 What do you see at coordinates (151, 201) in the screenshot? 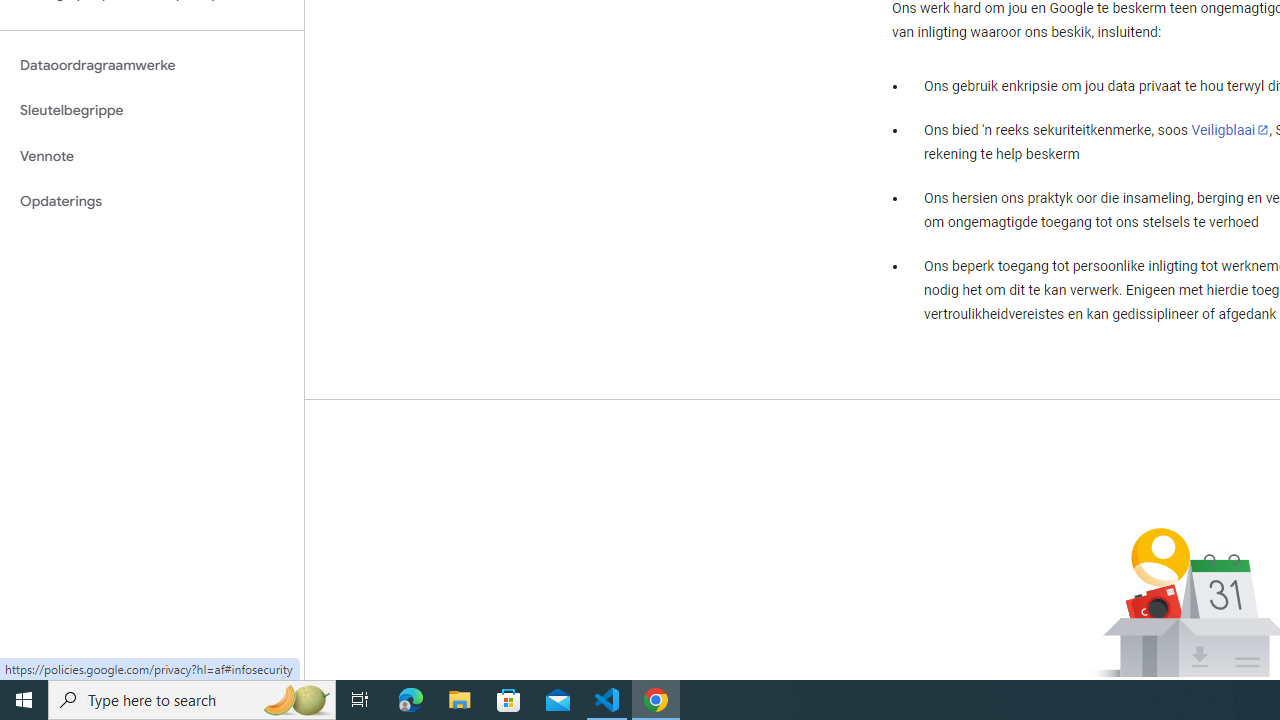
I see `'Opdaterings'` at bounding box center [151, 201].